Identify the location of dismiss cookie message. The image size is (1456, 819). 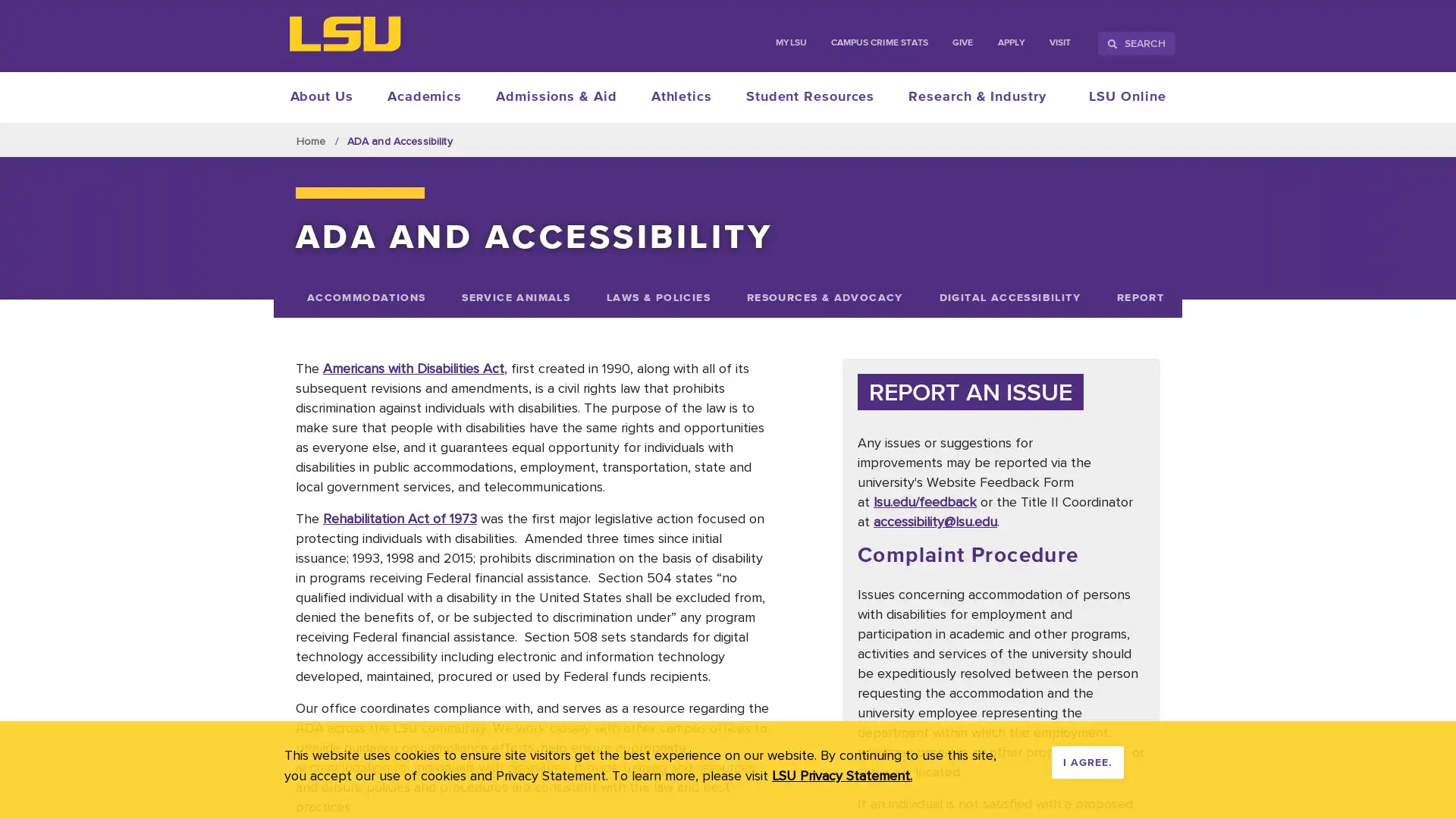
(1087, 762).